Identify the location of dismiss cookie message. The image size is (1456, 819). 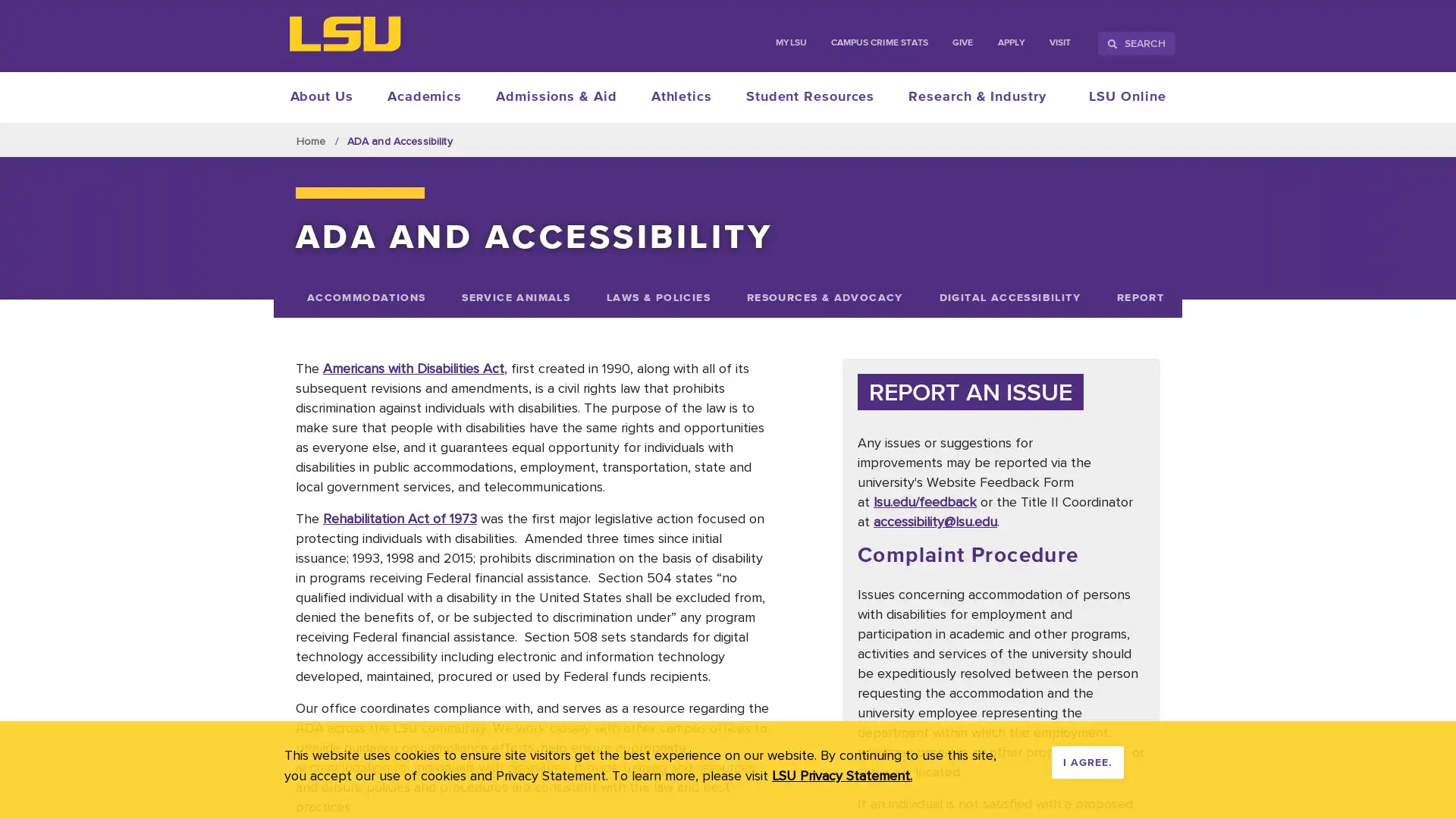
(1087, 762).